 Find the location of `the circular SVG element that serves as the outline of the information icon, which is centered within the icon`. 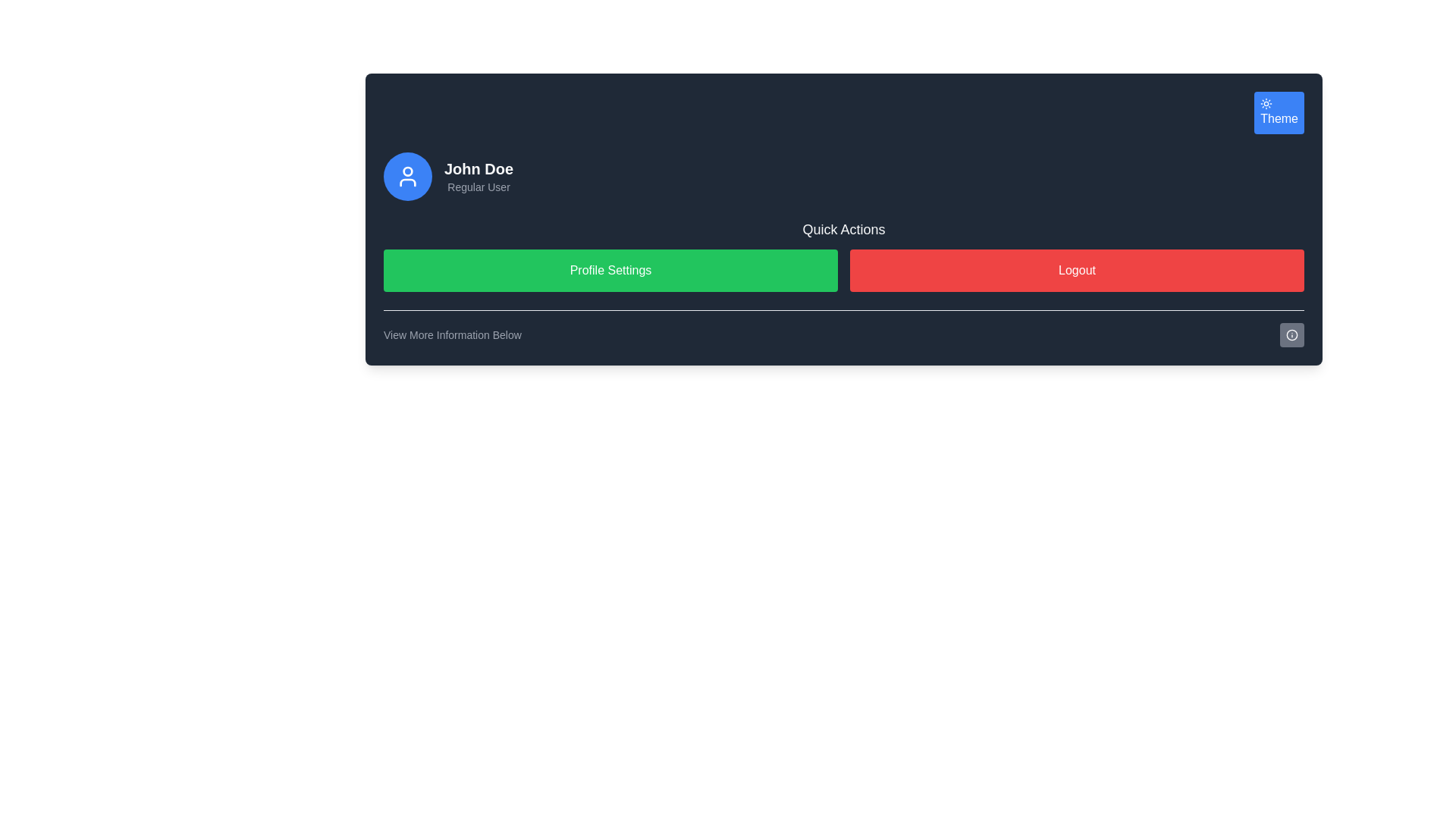

the circular SVG element that serves as the outline of the information icon, which is centered within the icon is located at coordinates (1291, 334).